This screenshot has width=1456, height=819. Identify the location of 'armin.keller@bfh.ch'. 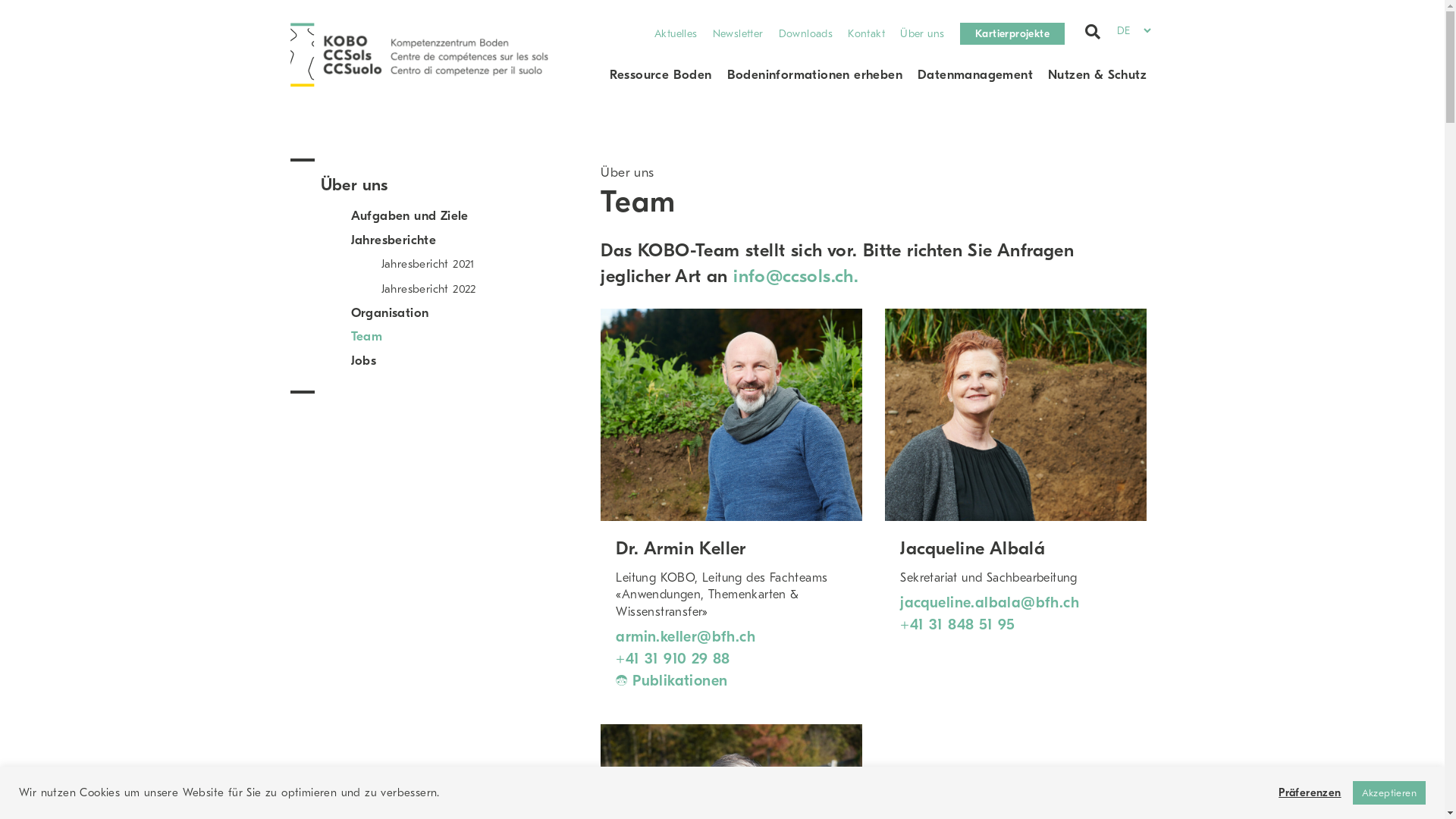
(684, 636).